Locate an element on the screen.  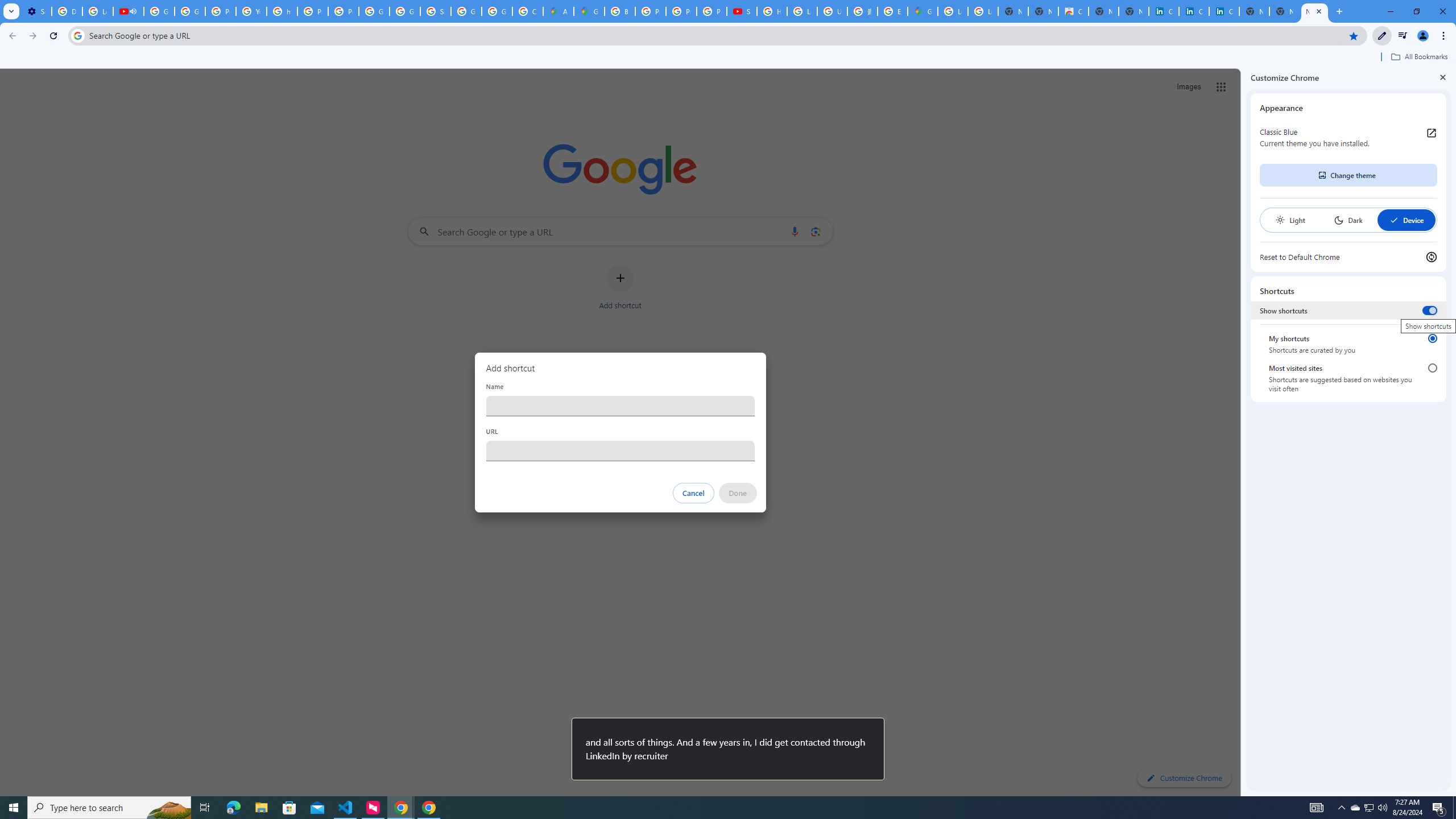
'Cookie Policy | LinkedIn' is located at coordinates (1194, 11).